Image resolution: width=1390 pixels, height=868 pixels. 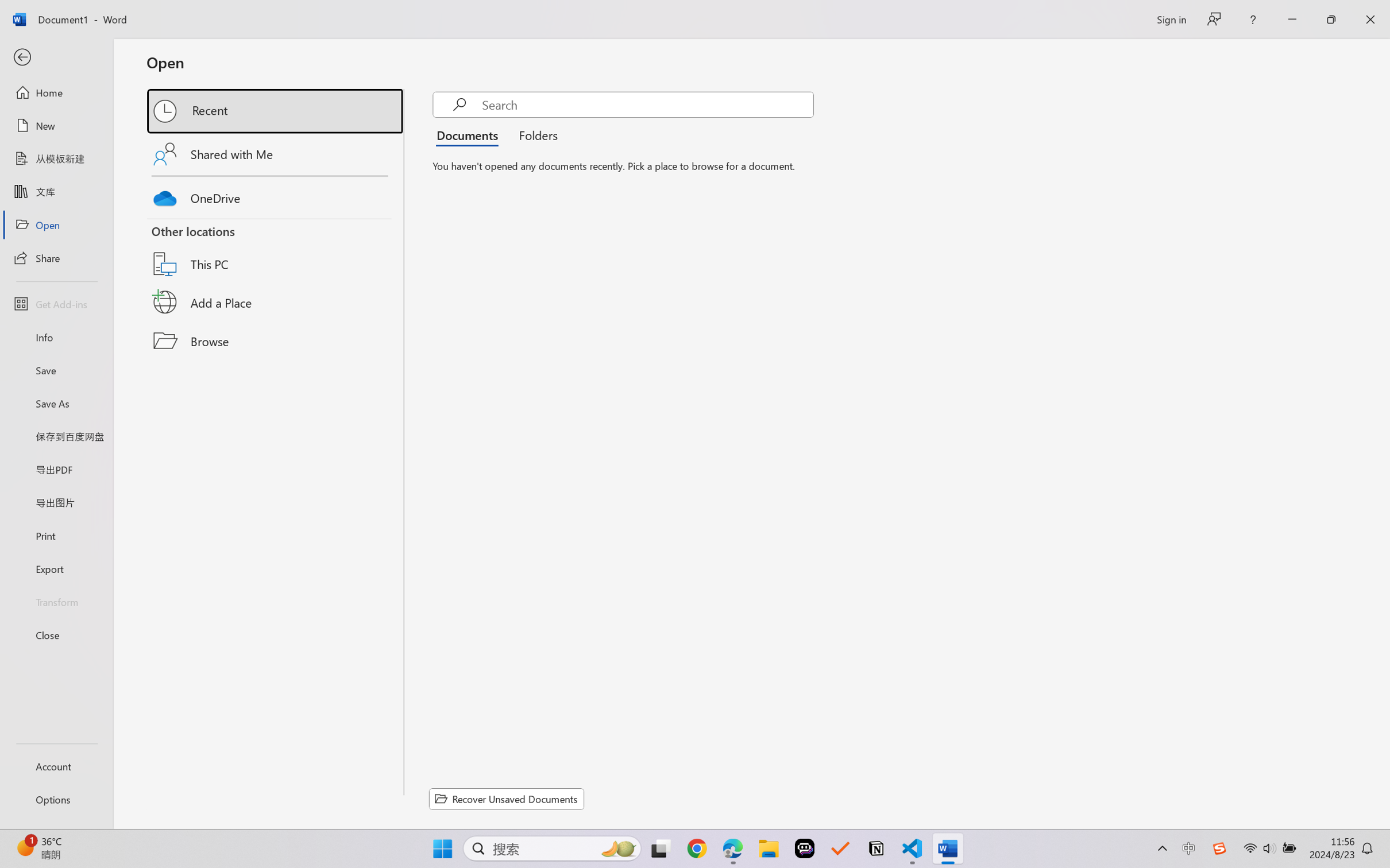 I want to click on 'New', so click(x=56, y=125).